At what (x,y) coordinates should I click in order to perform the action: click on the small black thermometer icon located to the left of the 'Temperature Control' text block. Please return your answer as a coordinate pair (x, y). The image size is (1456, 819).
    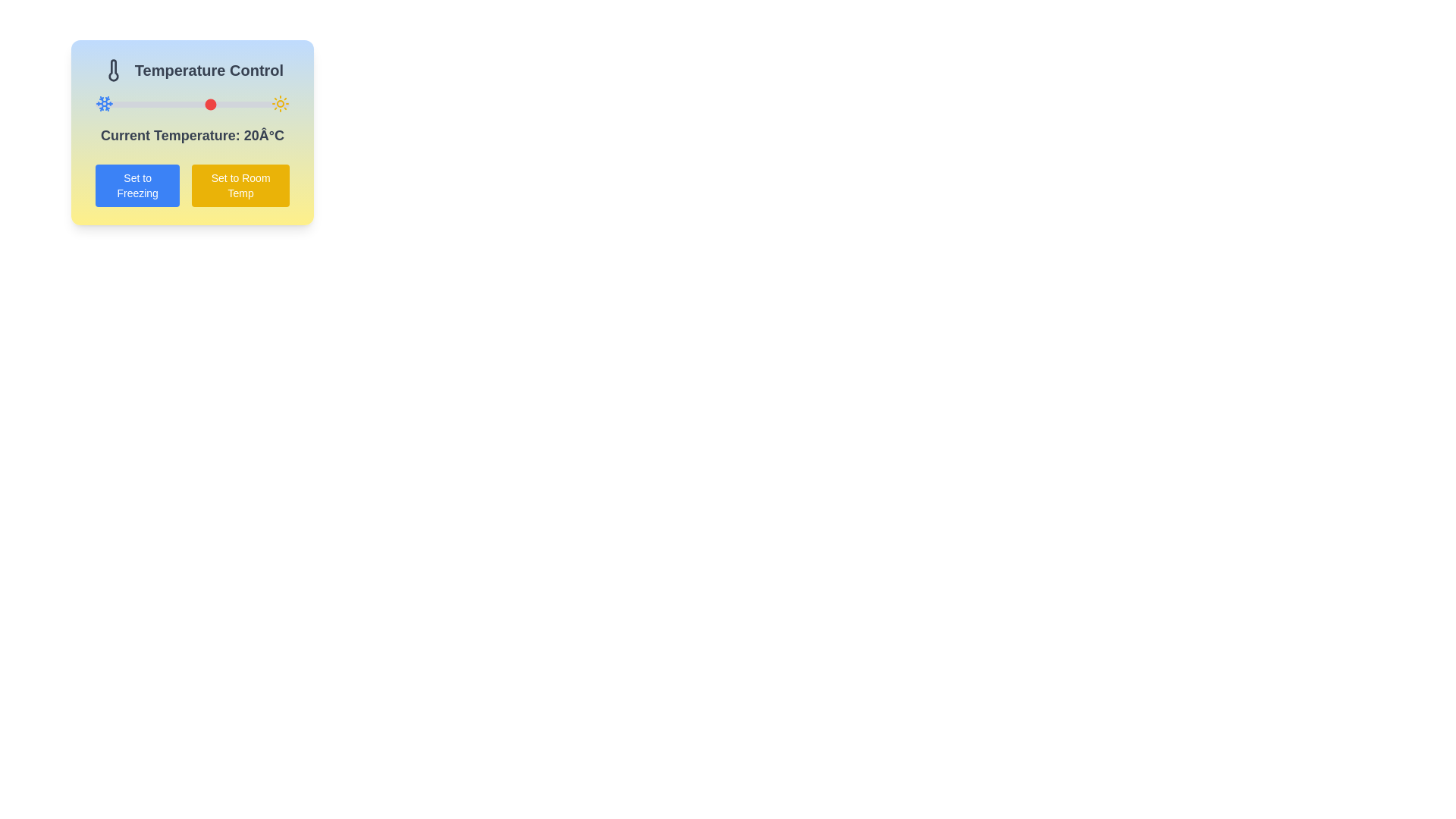
    Looking at the image, I should click on (112, 70).